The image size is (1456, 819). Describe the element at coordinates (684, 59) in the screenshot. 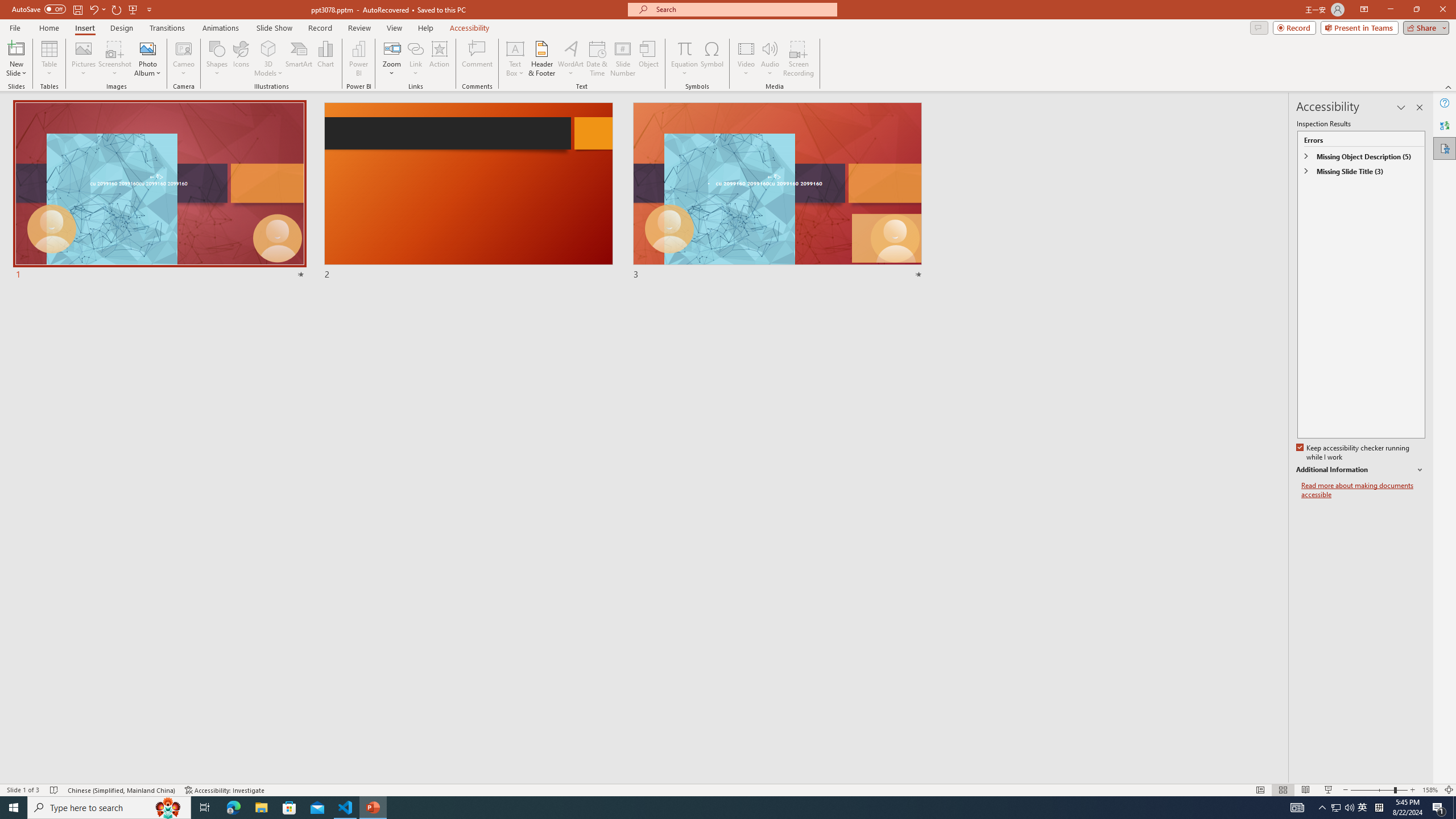

I see `'Equation'` at that location.